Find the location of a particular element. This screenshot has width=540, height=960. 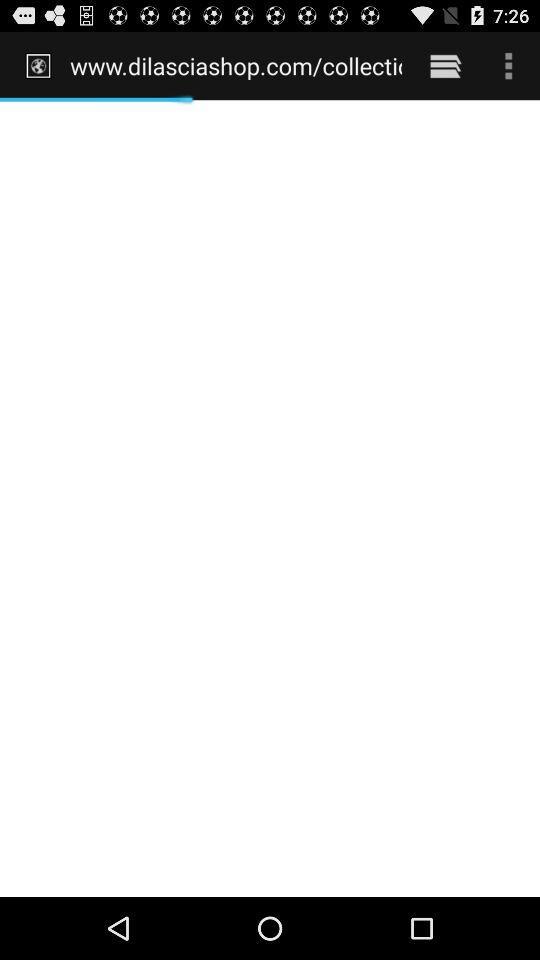

the www dilasciashop com item is located at coordinates (235, 65).